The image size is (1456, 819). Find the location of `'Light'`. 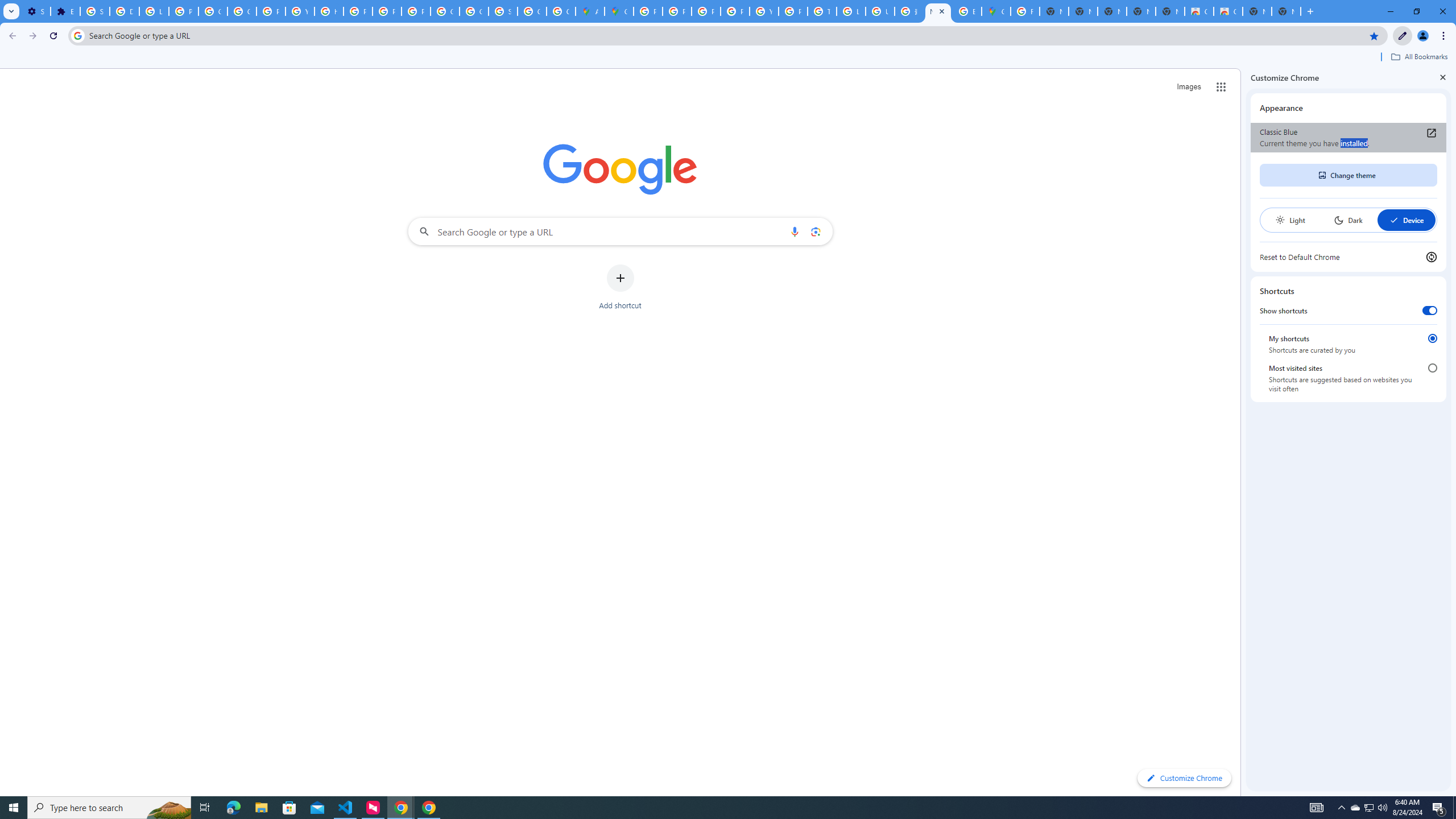

'Light' is located at coordinates (1289, 220).